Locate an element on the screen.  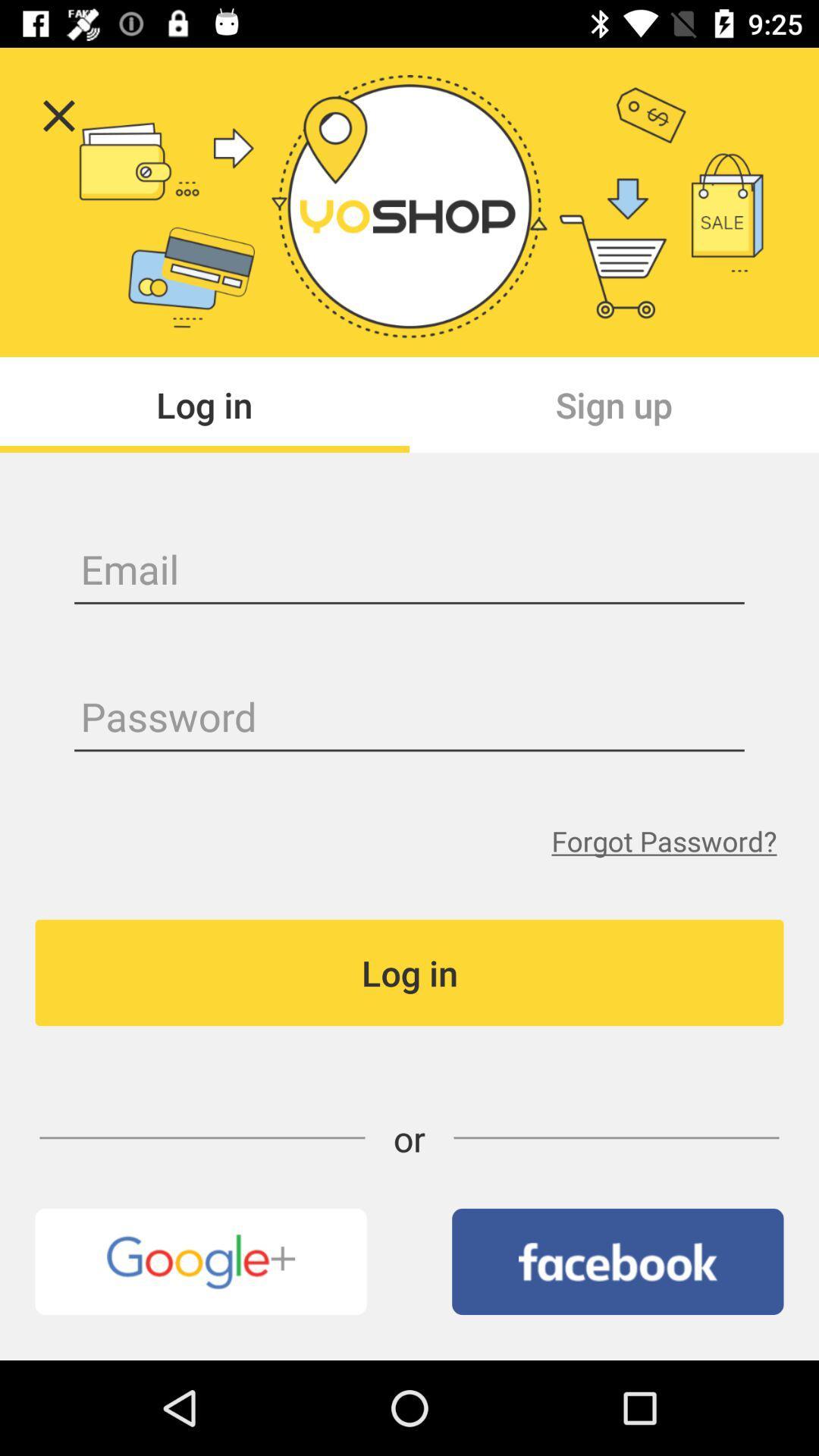
the item above the log in is located at coordinates (663, 840).